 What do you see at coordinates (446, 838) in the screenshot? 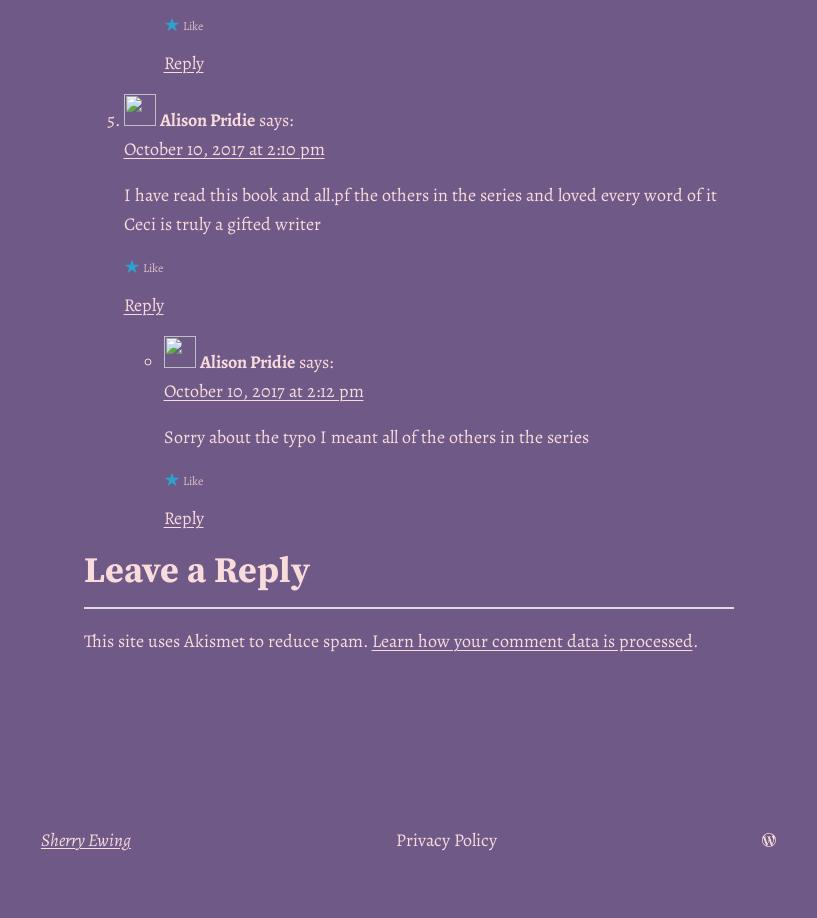
I see `'Privacy Policy'` at bounding box center [446, 838].